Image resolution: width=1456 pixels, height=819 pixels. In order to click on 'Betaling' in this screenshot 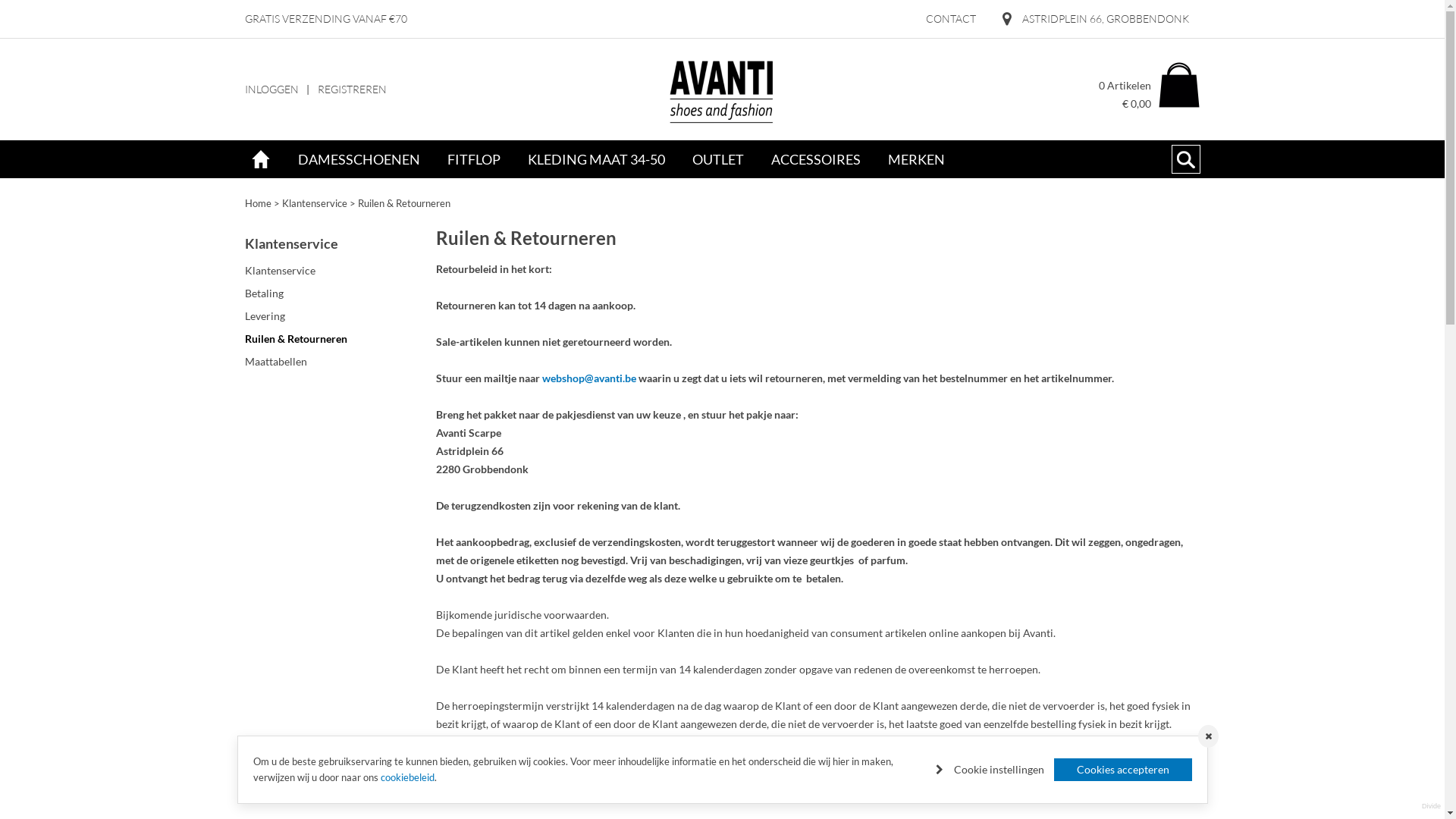, I will do `click(333, 293)`.